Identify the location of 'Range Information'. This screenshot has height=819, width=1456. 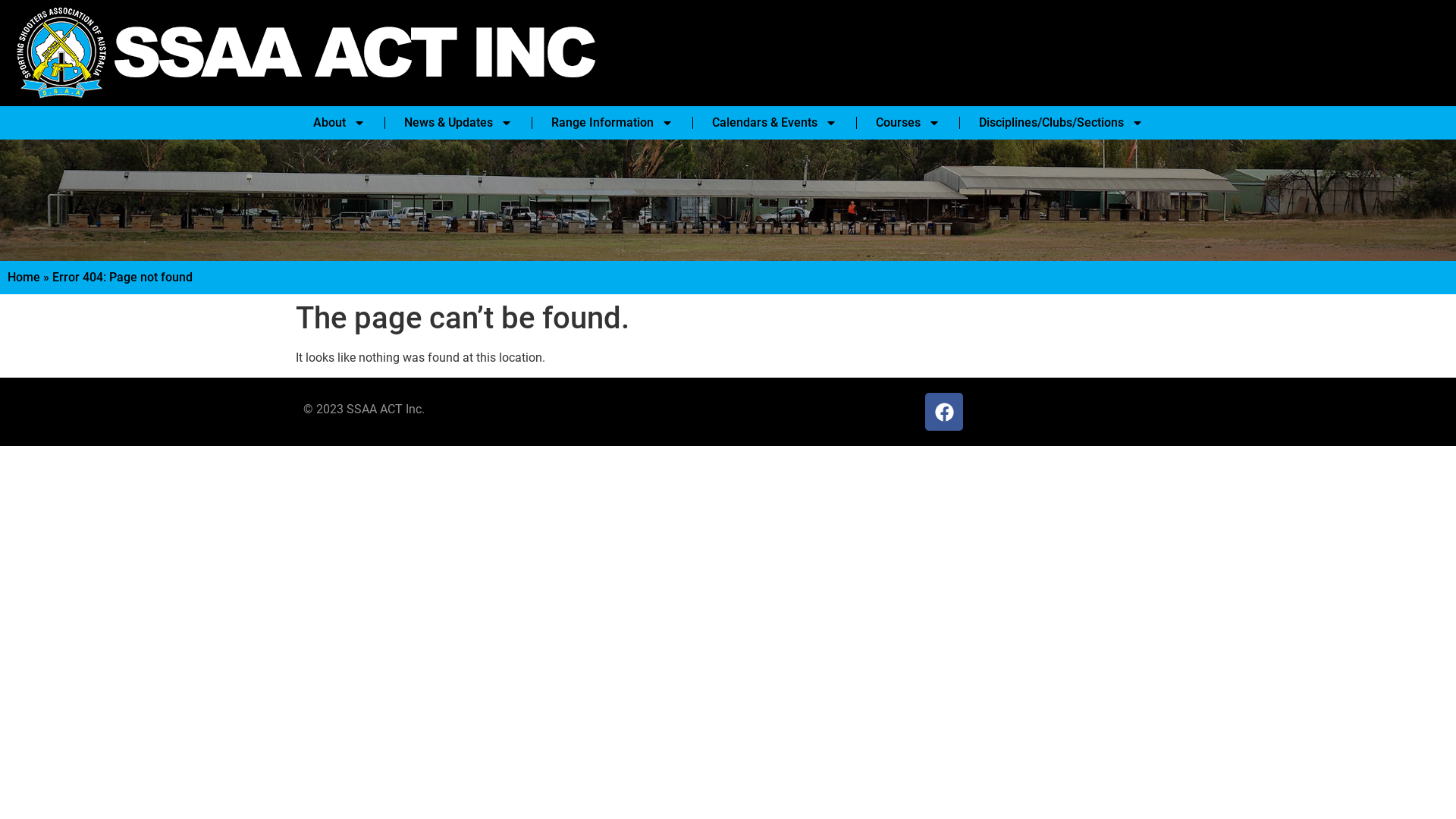
(611, 122).